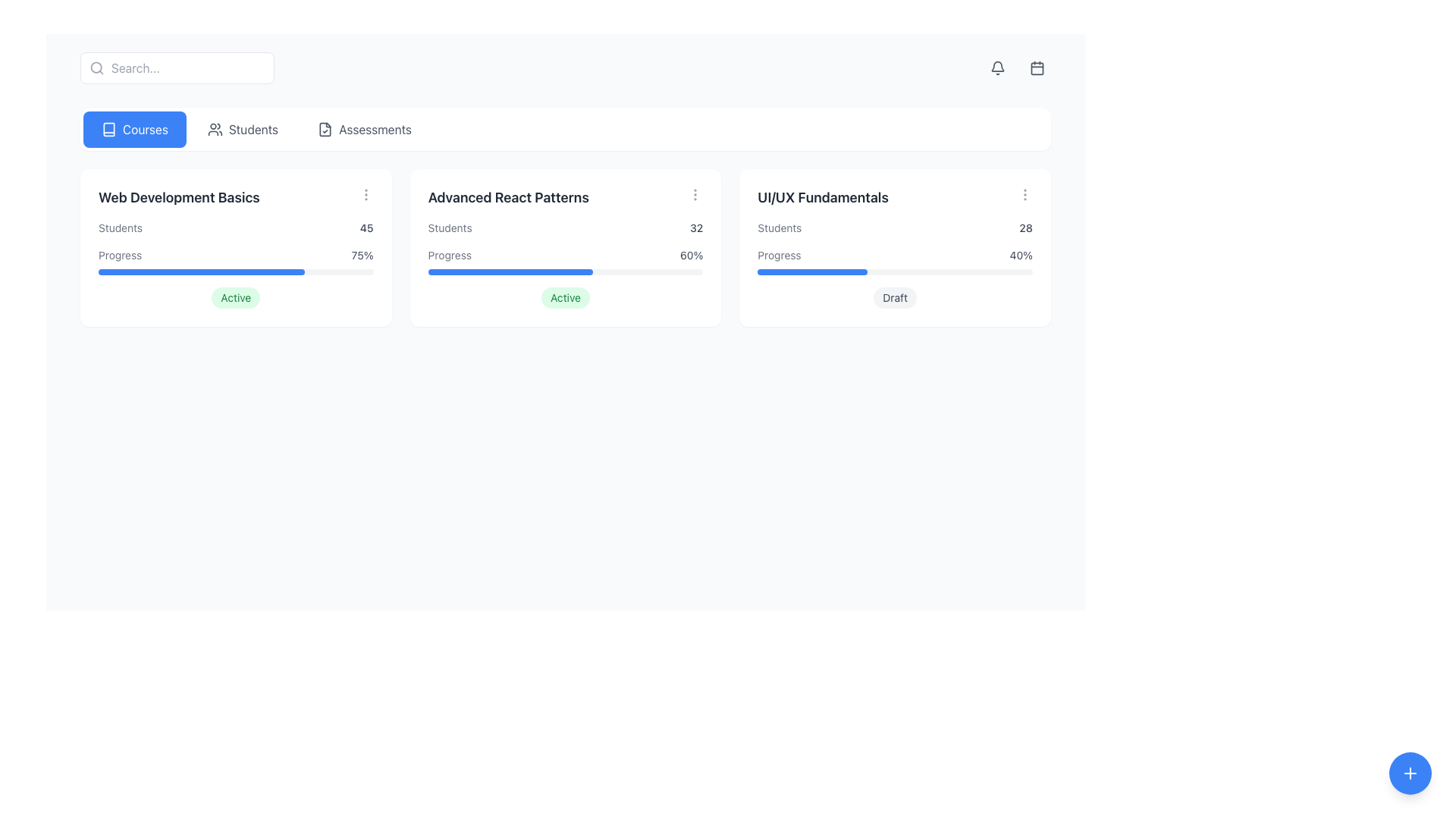 This screenshot has width=1456, height=819. What do you see at coordinates (564, 197) in the screenshot?
I see `the text header titled 'Advanced React Patterns' which is styled in a bold and large font at the top of a card layout in the center column of a three-column grid` at bounding box center [564, 197].